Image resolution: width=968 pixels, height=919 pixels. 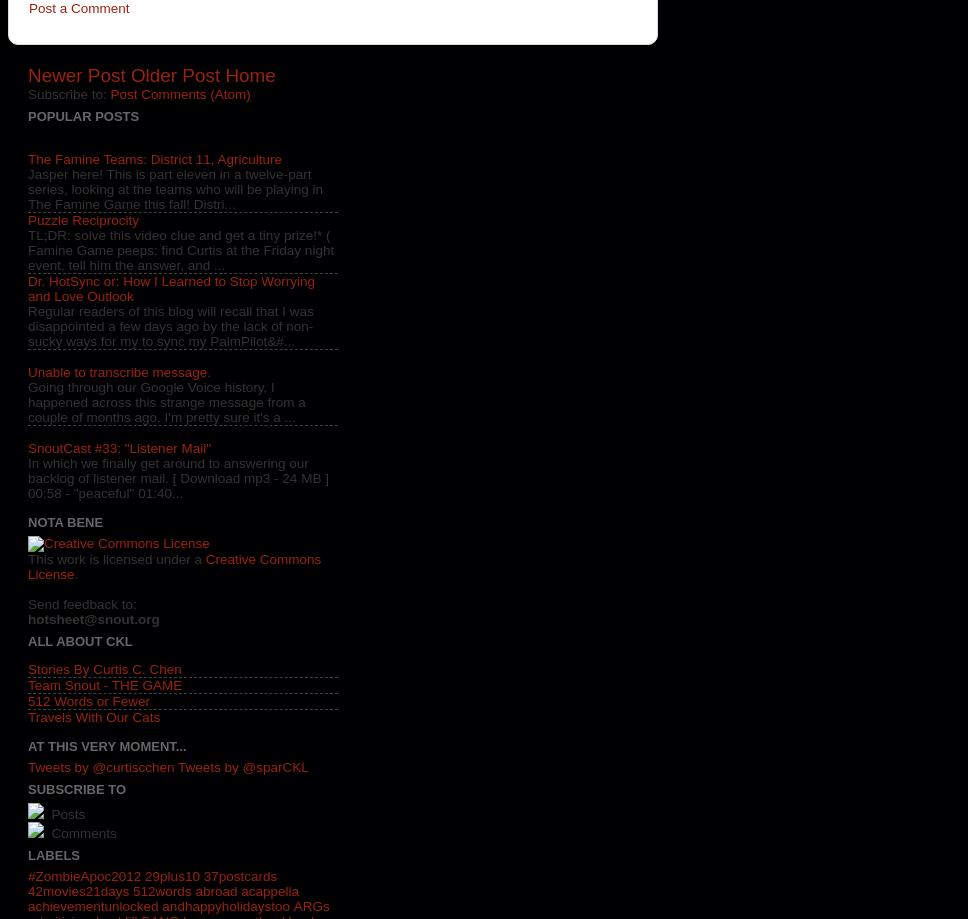 What do you see at coordinates (93, 905) in the screenshot?
I see `'achievementunlocked'` at bounding box center [93, 905].